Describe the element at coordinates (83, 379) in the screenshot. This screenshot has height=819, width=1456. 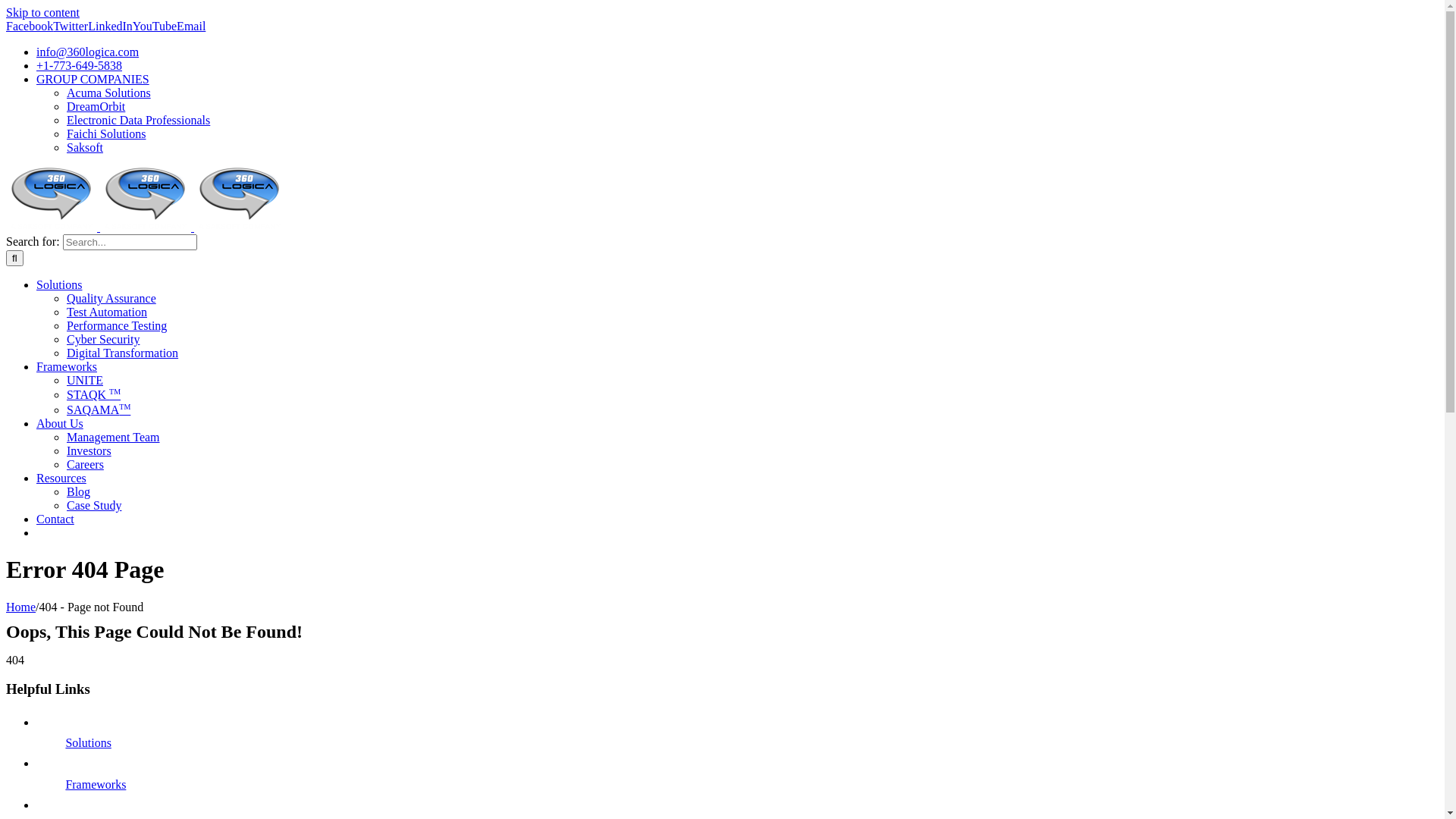
I see `'UNITE'` at that location.